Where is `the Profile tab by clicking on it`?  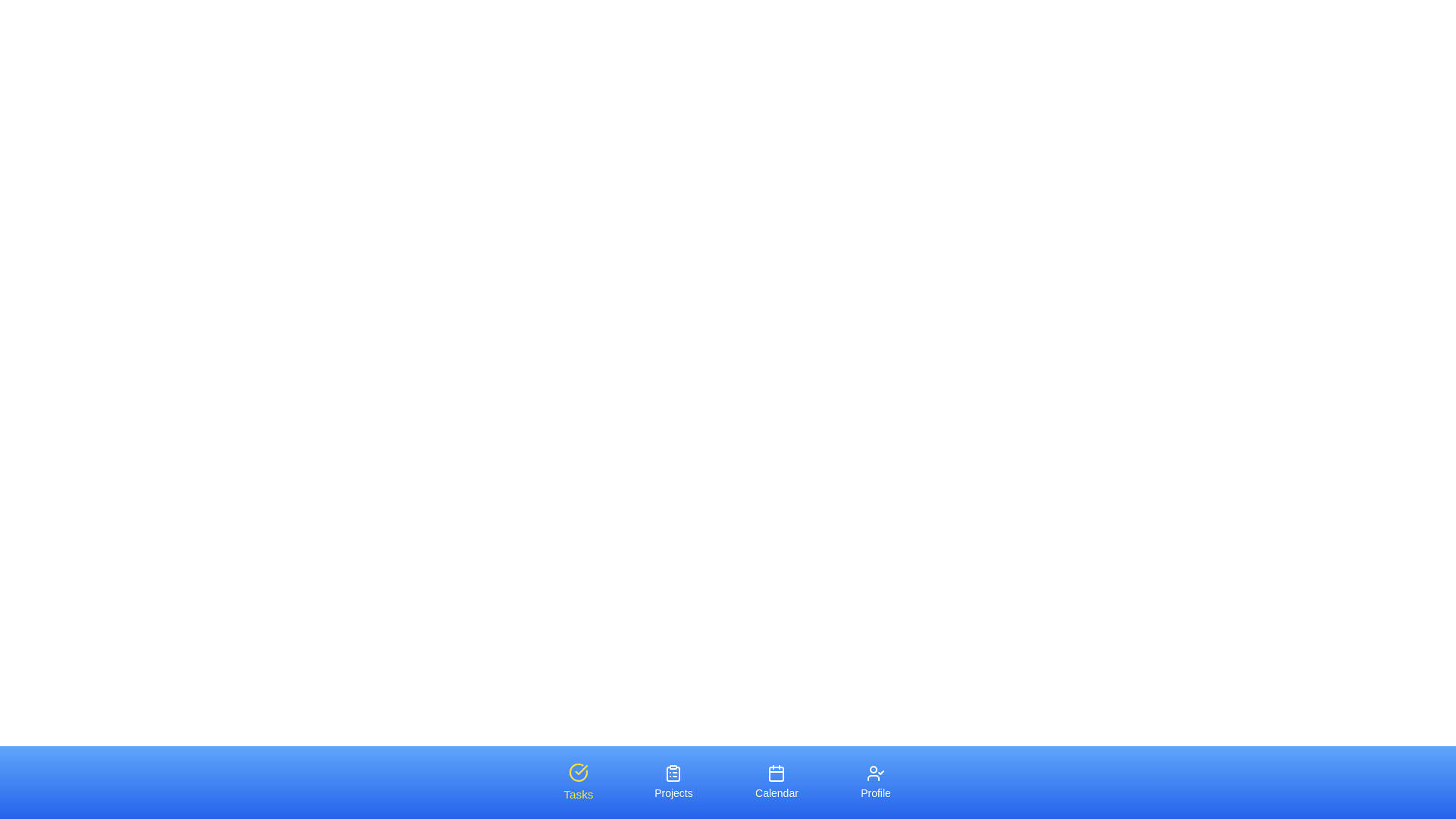 the Profile tab by clicking on it is located at coordinates (876, 783).